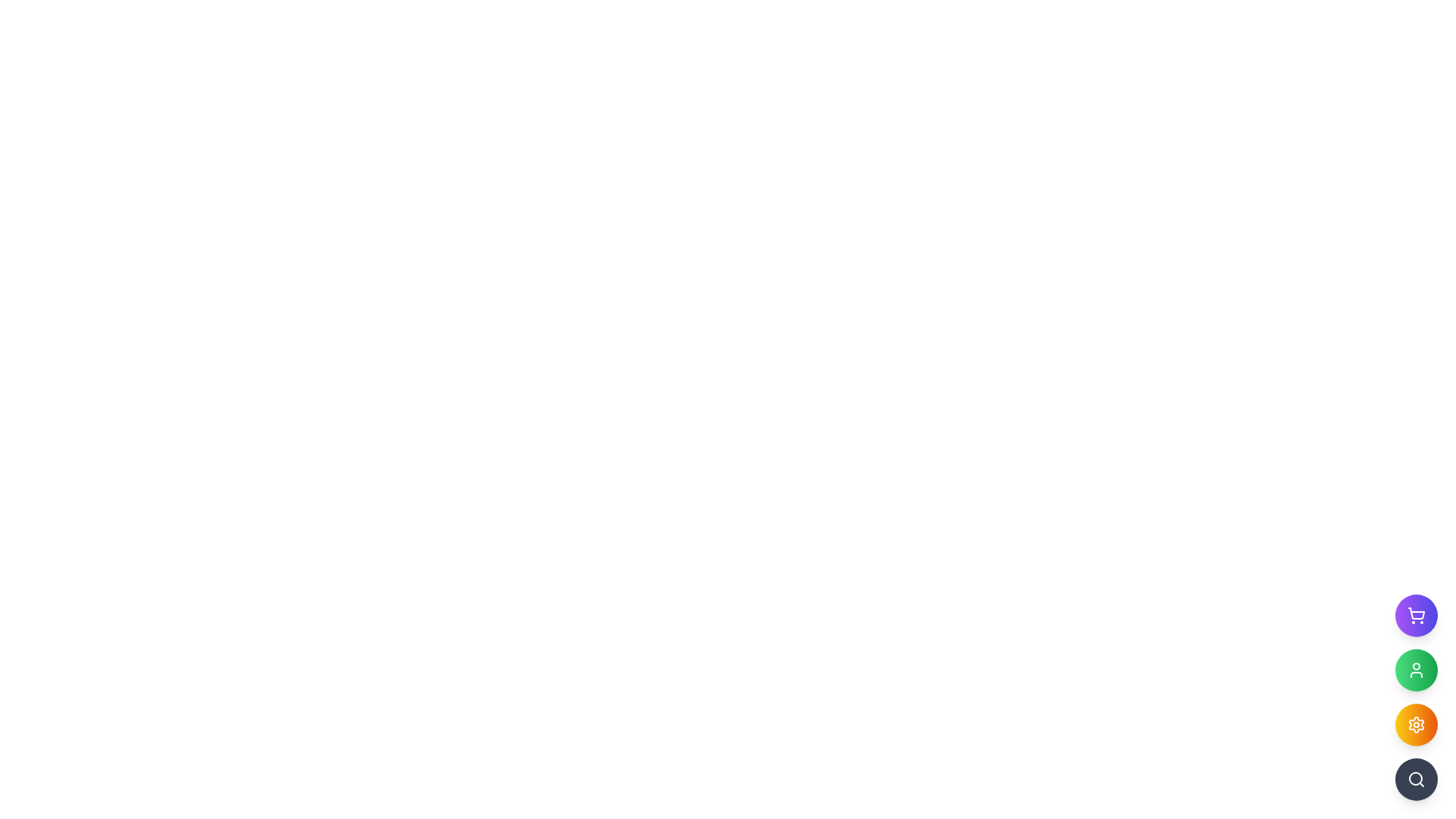  What do you see at coordinates (1415, 724) in the screenshot?
I see `the gear icon button, which features a yellow-to-orange gradient and is the third in a vertical stack of circular icons` at bounding box center [1415, 724].